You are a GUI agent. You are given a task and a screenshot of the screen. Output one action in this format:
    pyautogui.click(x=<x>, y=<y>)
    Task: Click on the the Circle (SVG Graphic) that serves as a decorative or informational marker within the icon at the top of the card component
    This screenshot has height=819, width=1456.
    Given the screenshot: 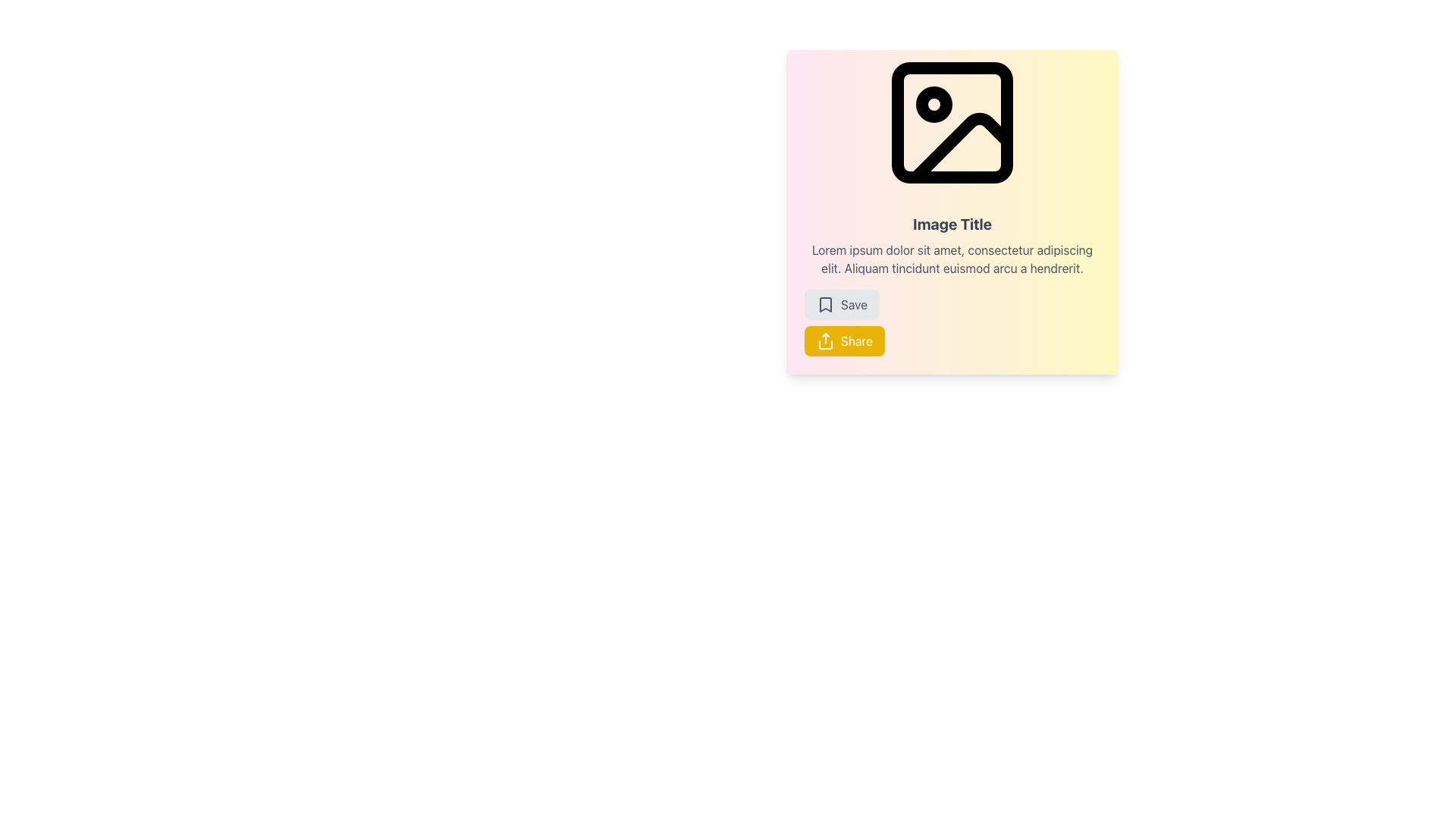 What is the action you would take?
    pyautogui.click(x=934, y=104)
    